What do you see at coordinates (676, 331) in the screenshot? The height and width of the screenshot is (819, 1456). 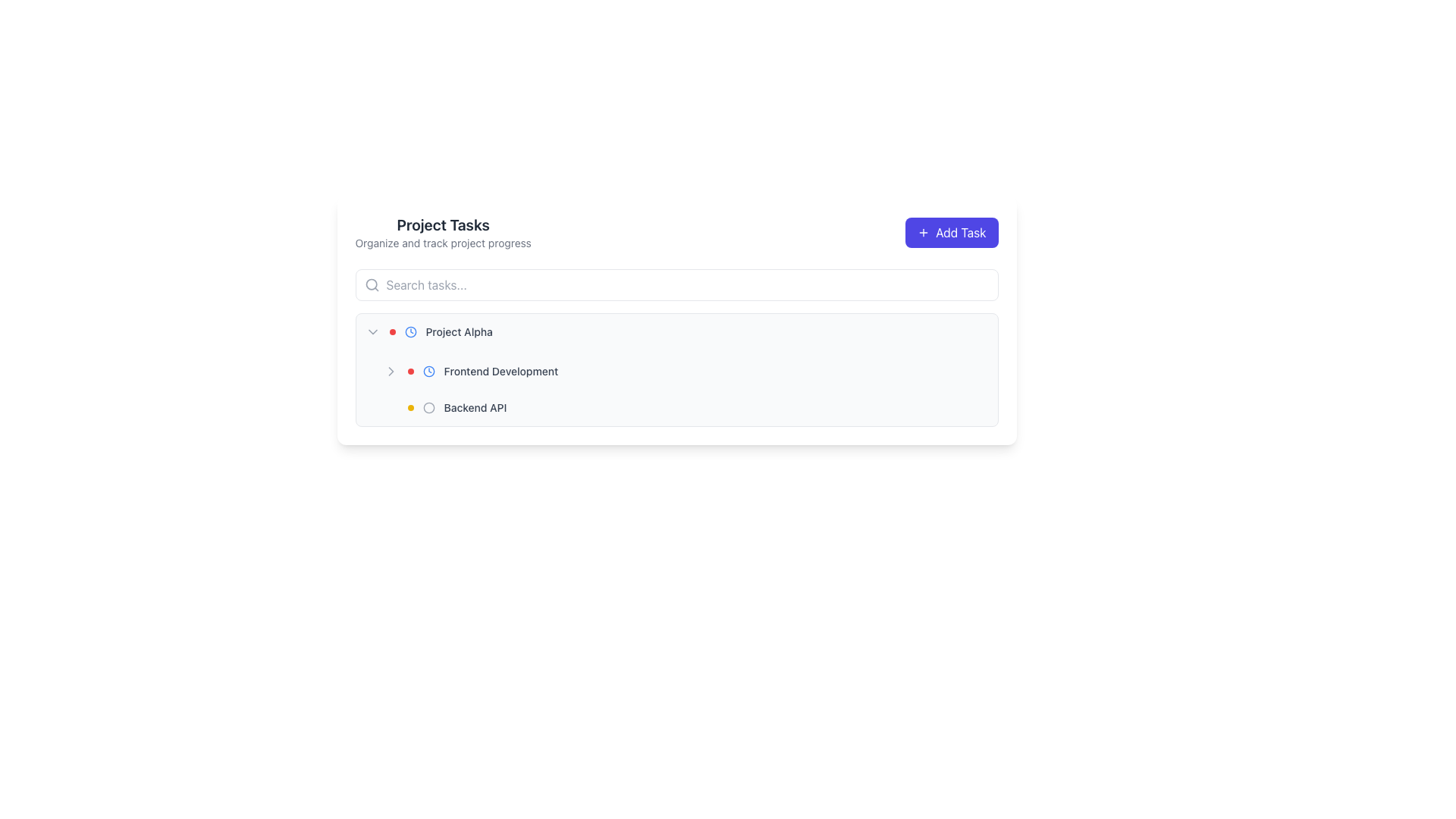 I see `the list item titled 'Project Alpha'` at bounding box center [676, 331].